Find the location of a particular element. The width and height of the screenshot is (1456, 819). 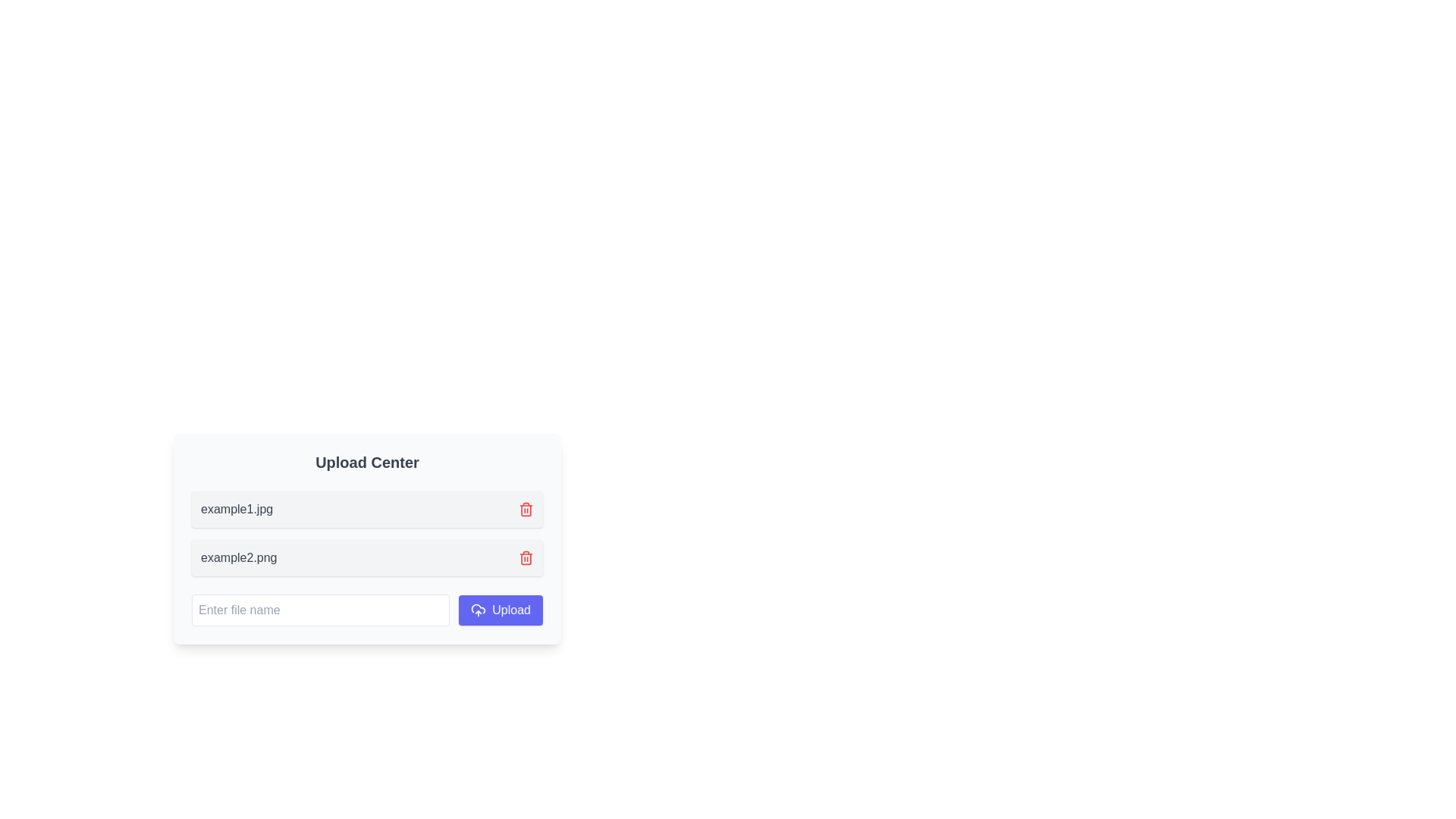

the static text label displaying the name of an uploaded or listed file, located on the left section of a horizontally arranged bar with rounded corners and a light gray background is located at coordinates (236, 509).